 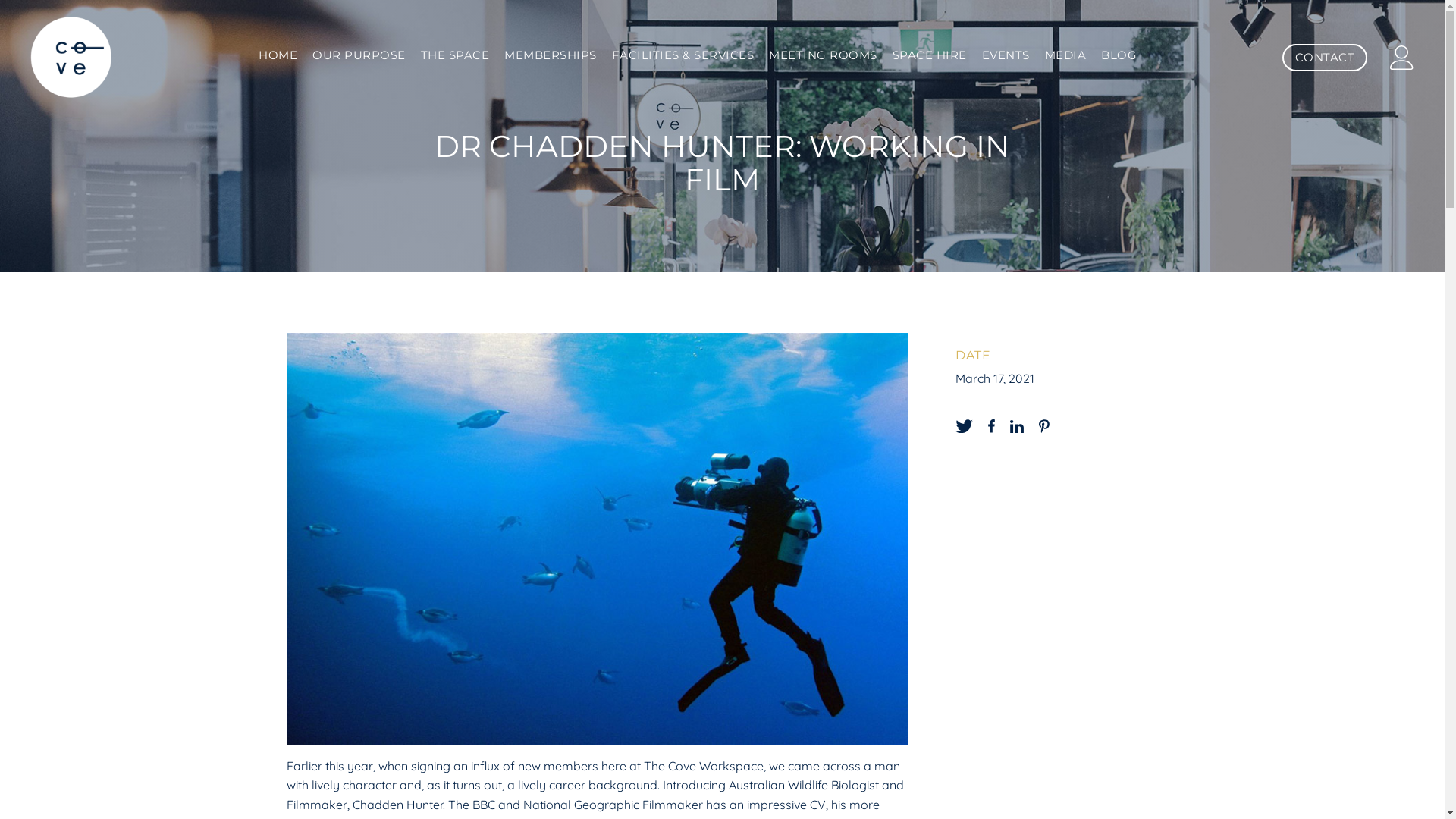 What do you see at coordinates (682, 55) in the screenshot?
I see `'FACILITIES & SERVICES'` at bounding box center [682, 55].